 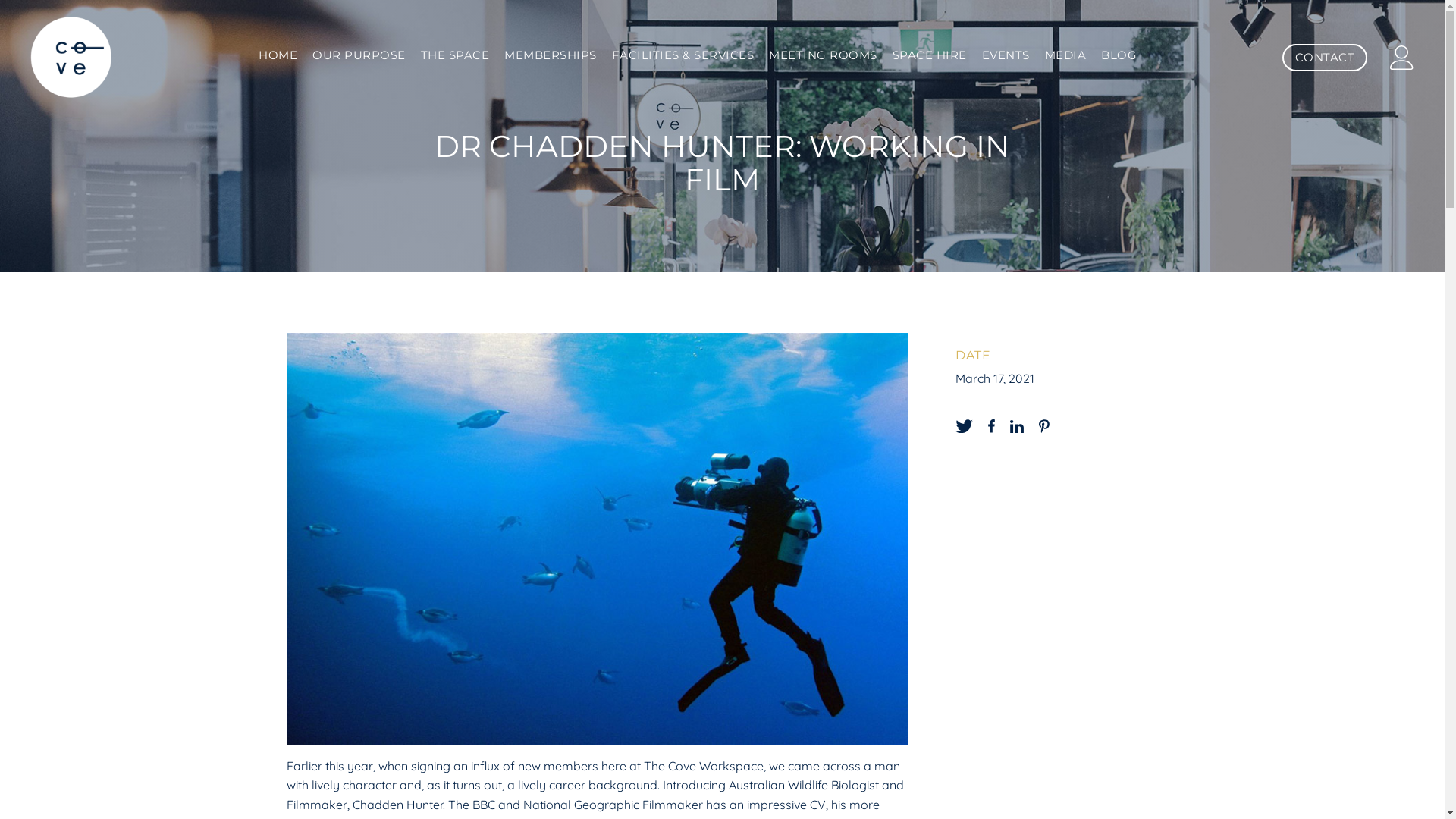 What do you see at coordinates (682, 55) in the screenshot?
I see `'FACILITIES & SERVICES'` at bounding box center [682, 55].